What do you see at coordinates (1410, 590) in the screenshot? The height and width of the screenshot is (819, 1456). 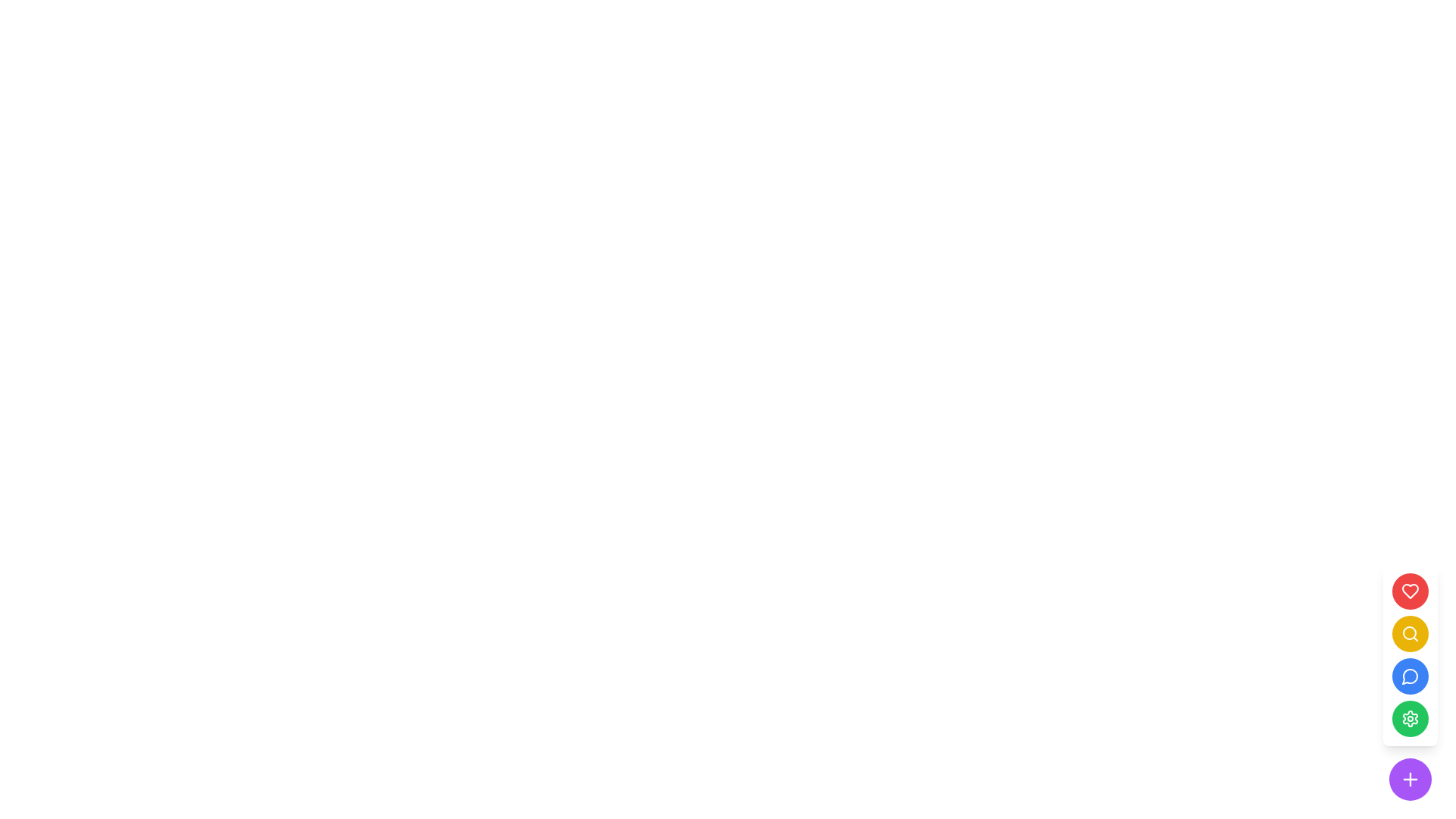 I see `the like button located at the top of the vertical stack of circular buttons near the right edge of the interface` at bounding box center [1410, 590].